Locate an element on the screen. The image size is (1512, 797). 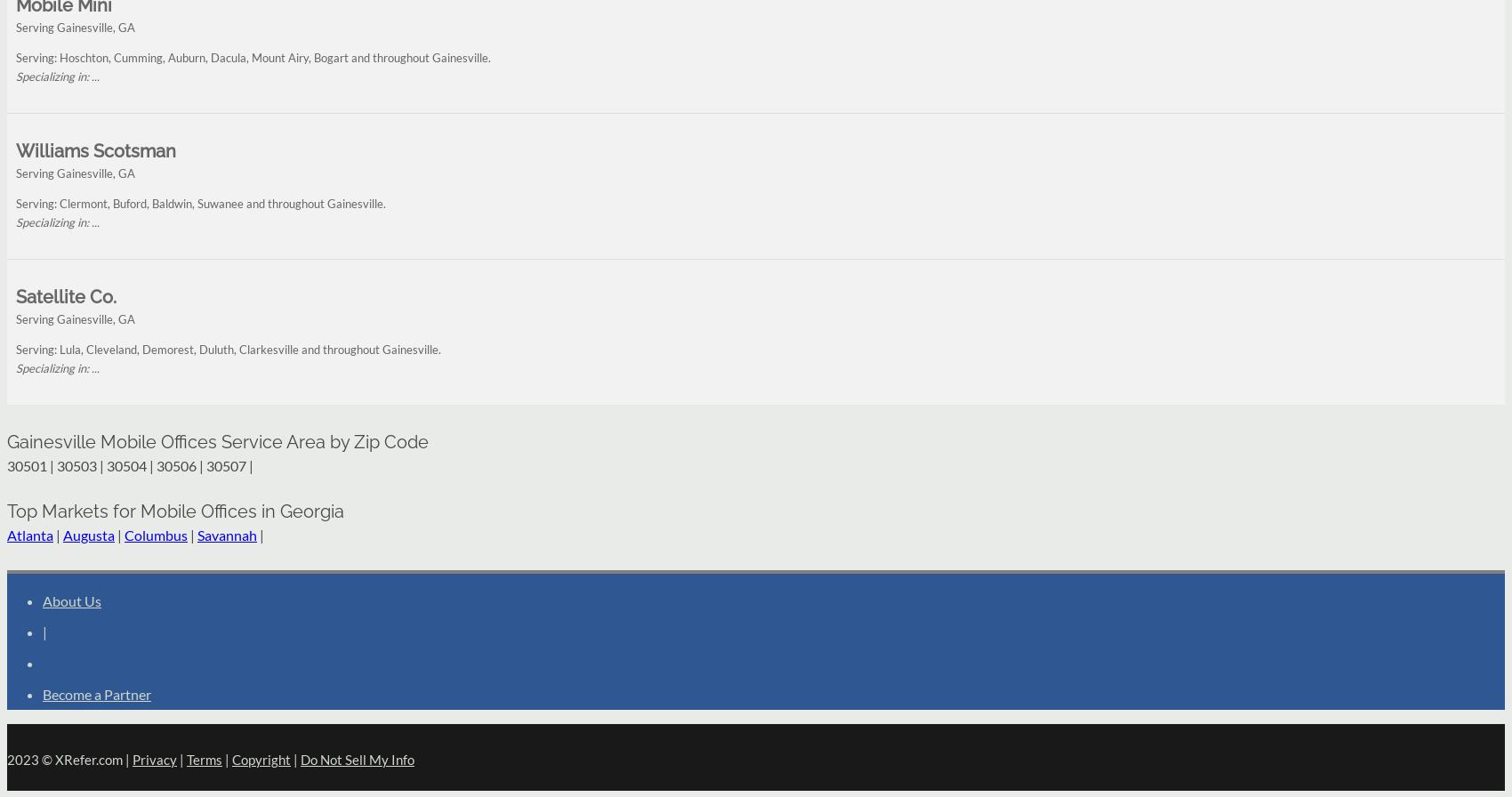
'Augusta' is located at coordinates (88, 534).